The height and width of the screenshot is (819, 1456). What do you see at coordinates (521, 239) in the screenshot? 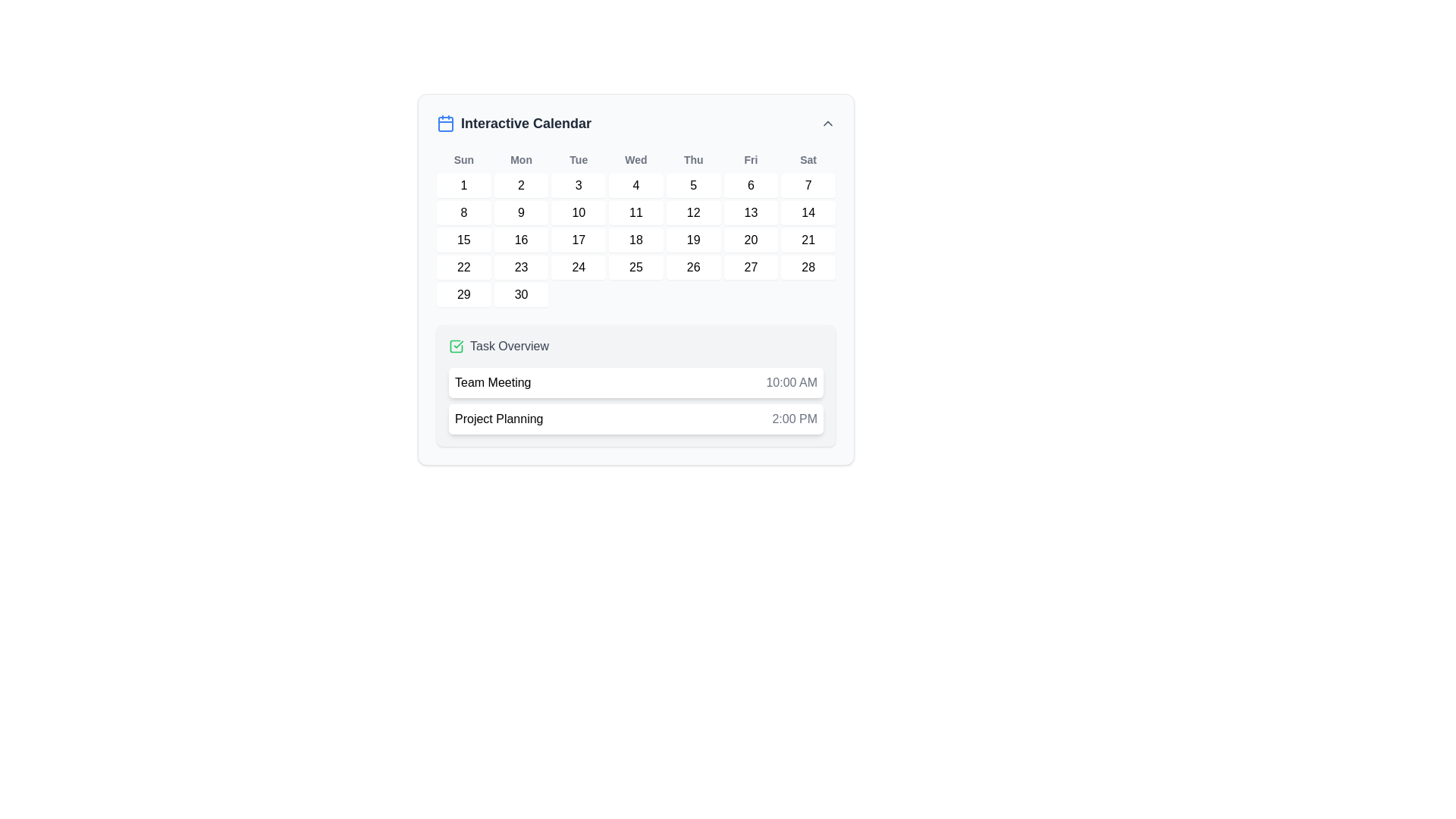
I see `the button-like calendar cell displaying '16'` at bounding box center [521, 239].